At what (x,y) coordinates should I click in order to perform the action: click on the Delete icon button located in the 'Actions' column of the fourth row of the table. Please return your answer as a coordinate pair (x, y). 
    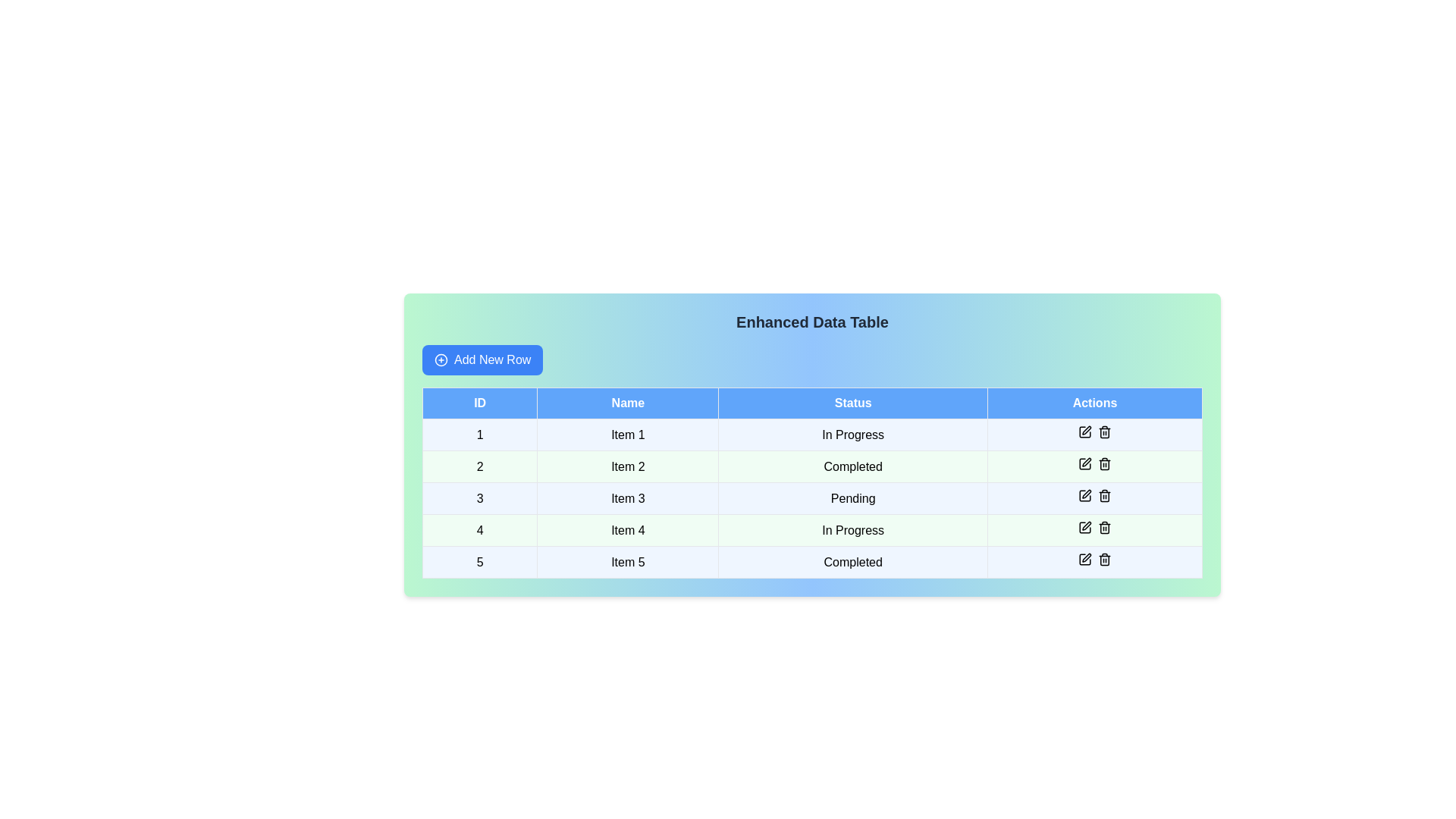
    Looking at the image, I should click on (1104, 528).